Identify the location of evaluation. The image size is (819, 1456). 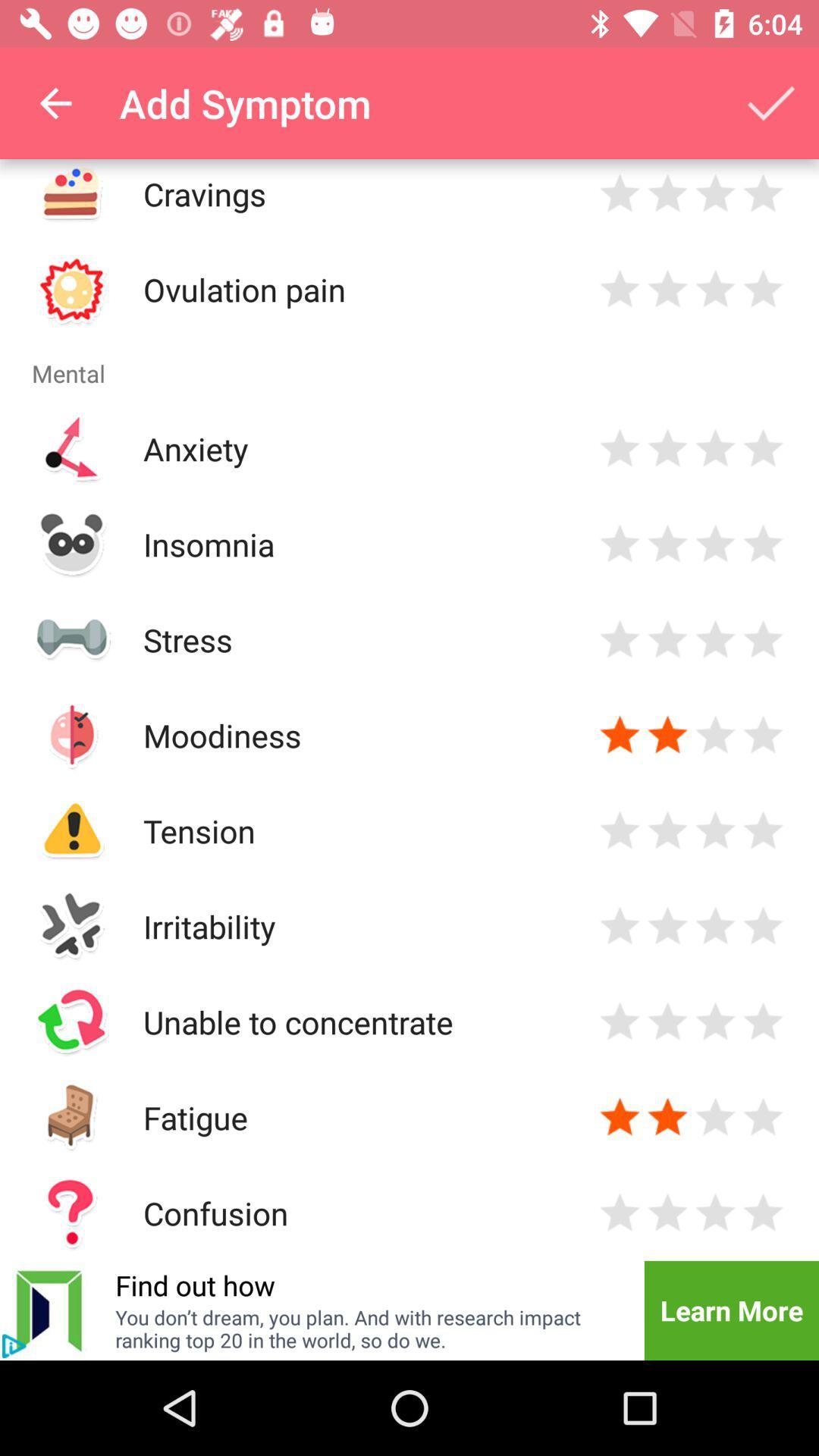
(715, 925).